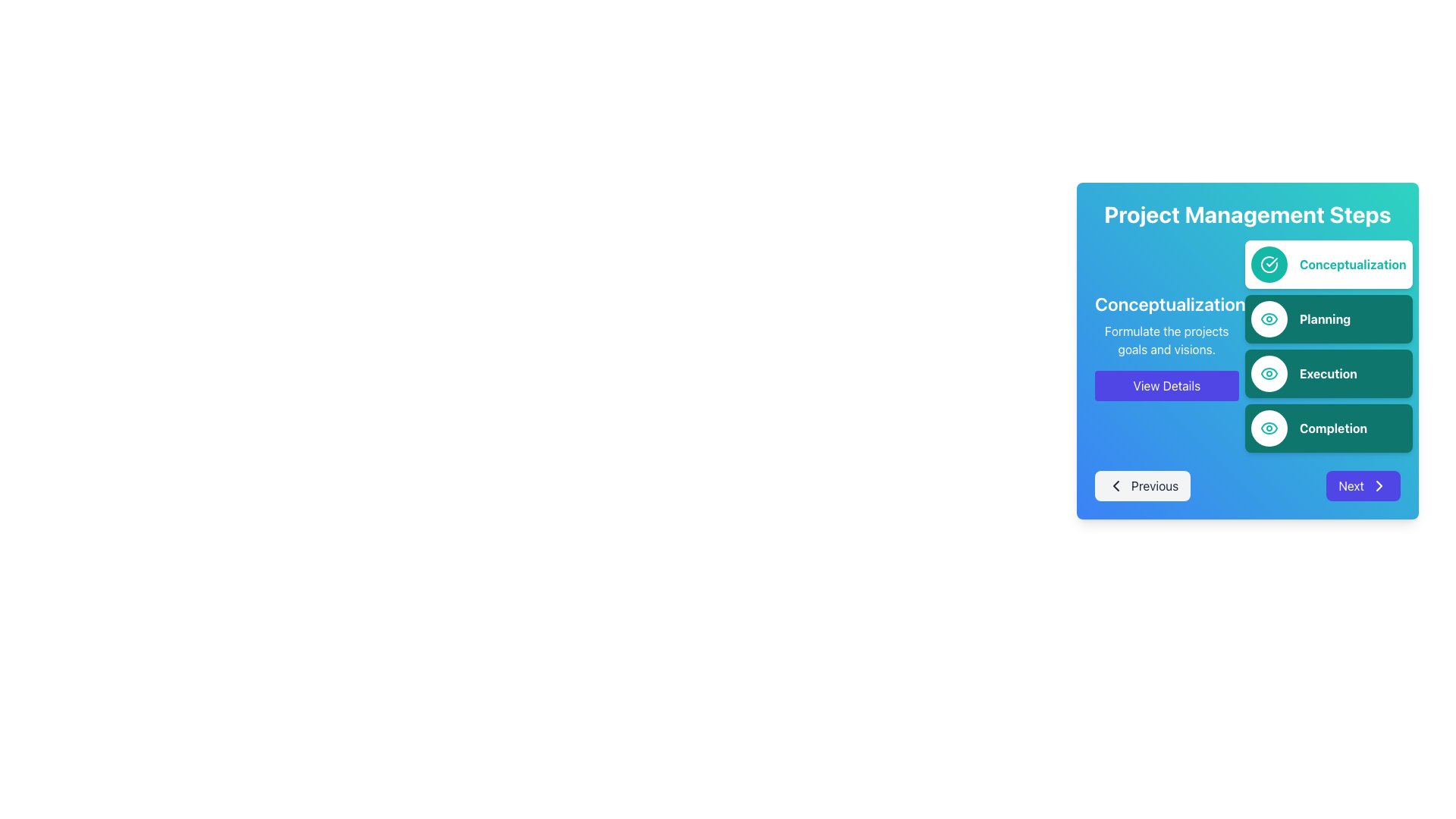 The width and height of the screenshot is (1456, 819). What do you see at coordinates (1379, 485) in the screenshot?
I see `the direction icon located to the right of the 'Next' button, which indicates the action to navigate forward` at bounding box center [1379, 485].